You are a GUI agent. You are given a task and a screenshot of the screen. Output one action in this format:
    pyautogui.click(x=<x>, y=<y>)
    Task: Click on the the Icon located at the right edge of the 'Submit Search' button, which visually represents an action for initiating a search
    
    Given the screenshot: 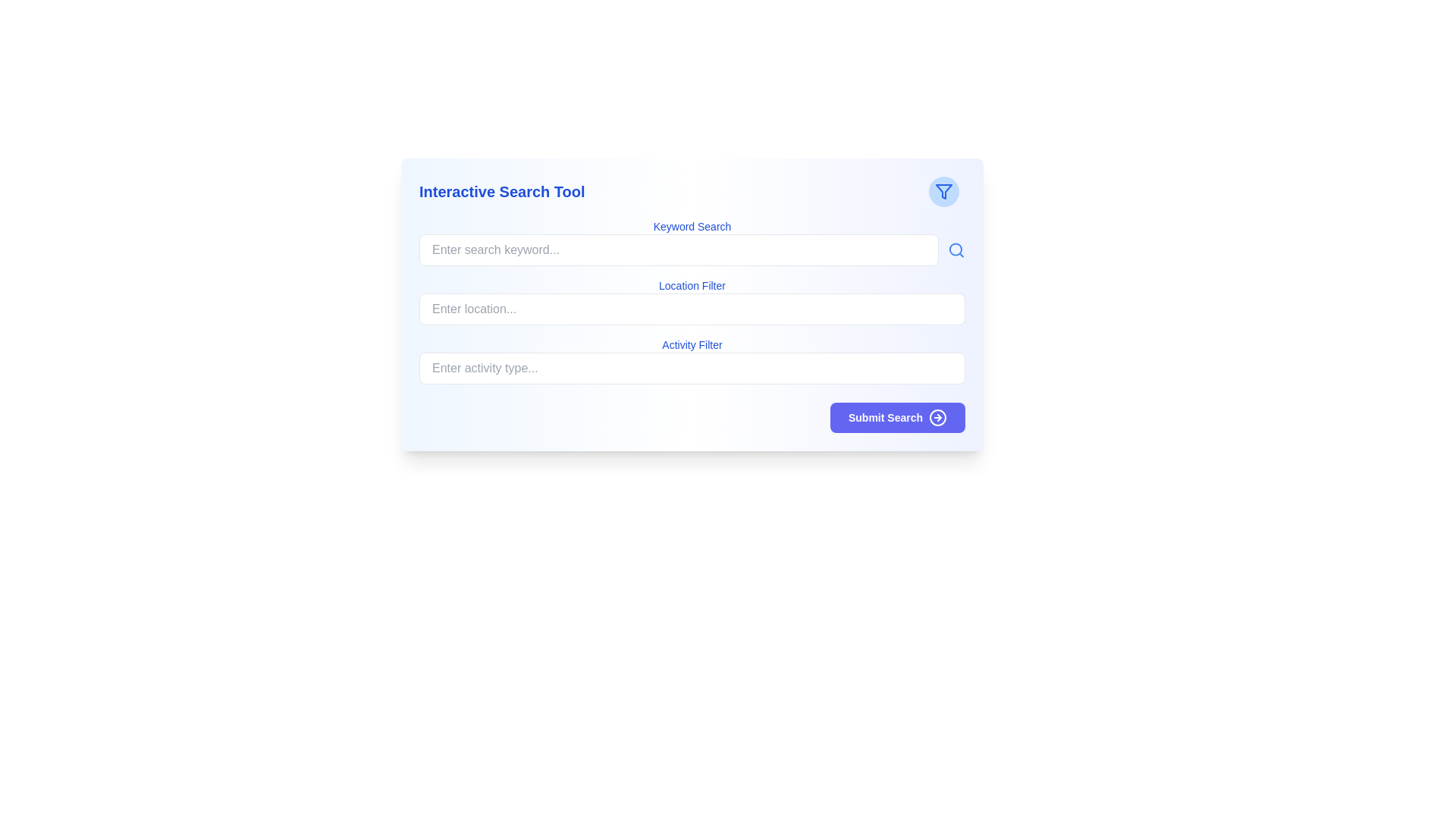 What is the action you would take?
    pyautogui.click(x=937, y=418)
    